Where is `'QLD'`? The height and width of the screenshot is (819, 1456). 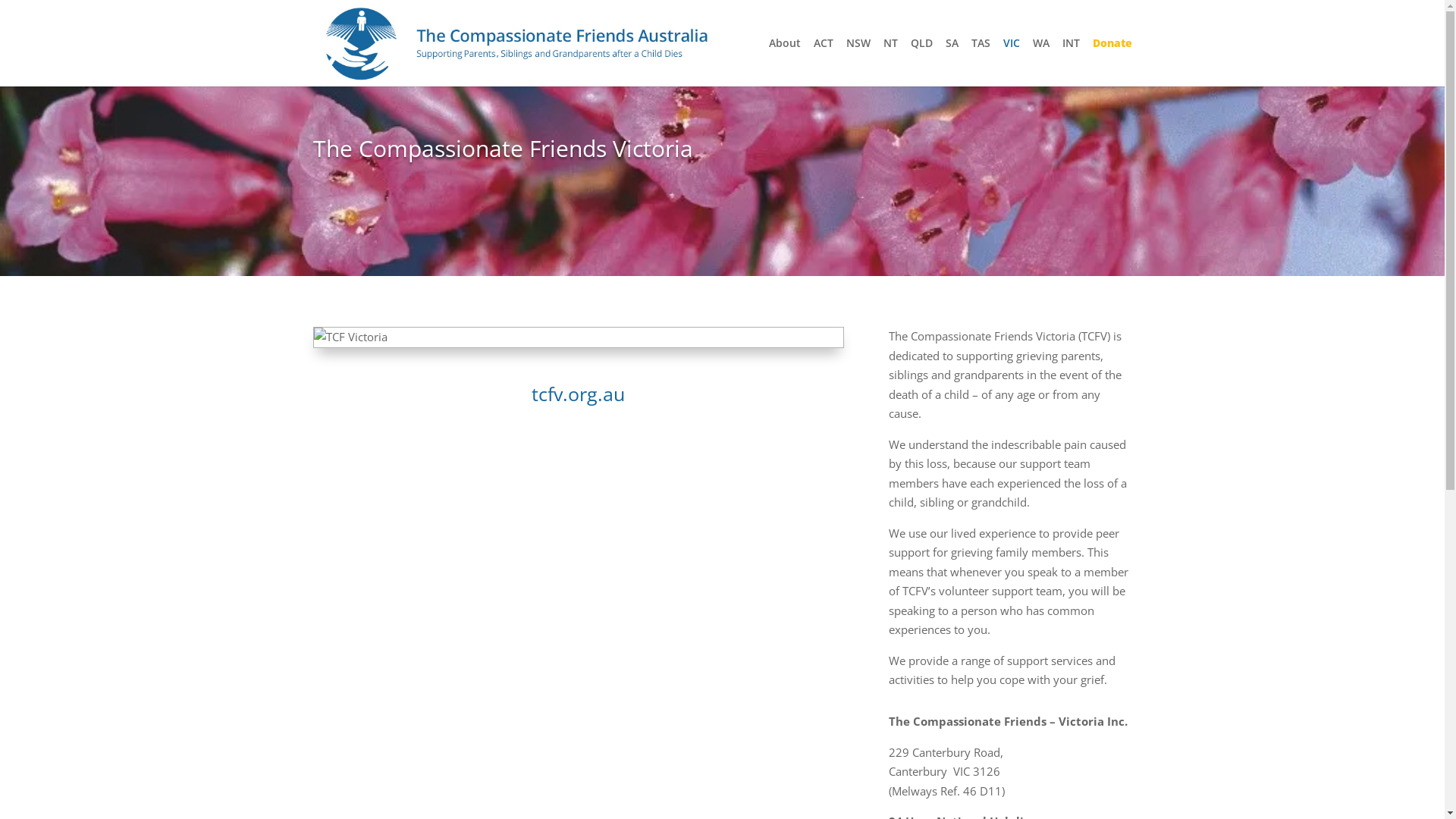 'QLD' is located at coordinates (920, 61).